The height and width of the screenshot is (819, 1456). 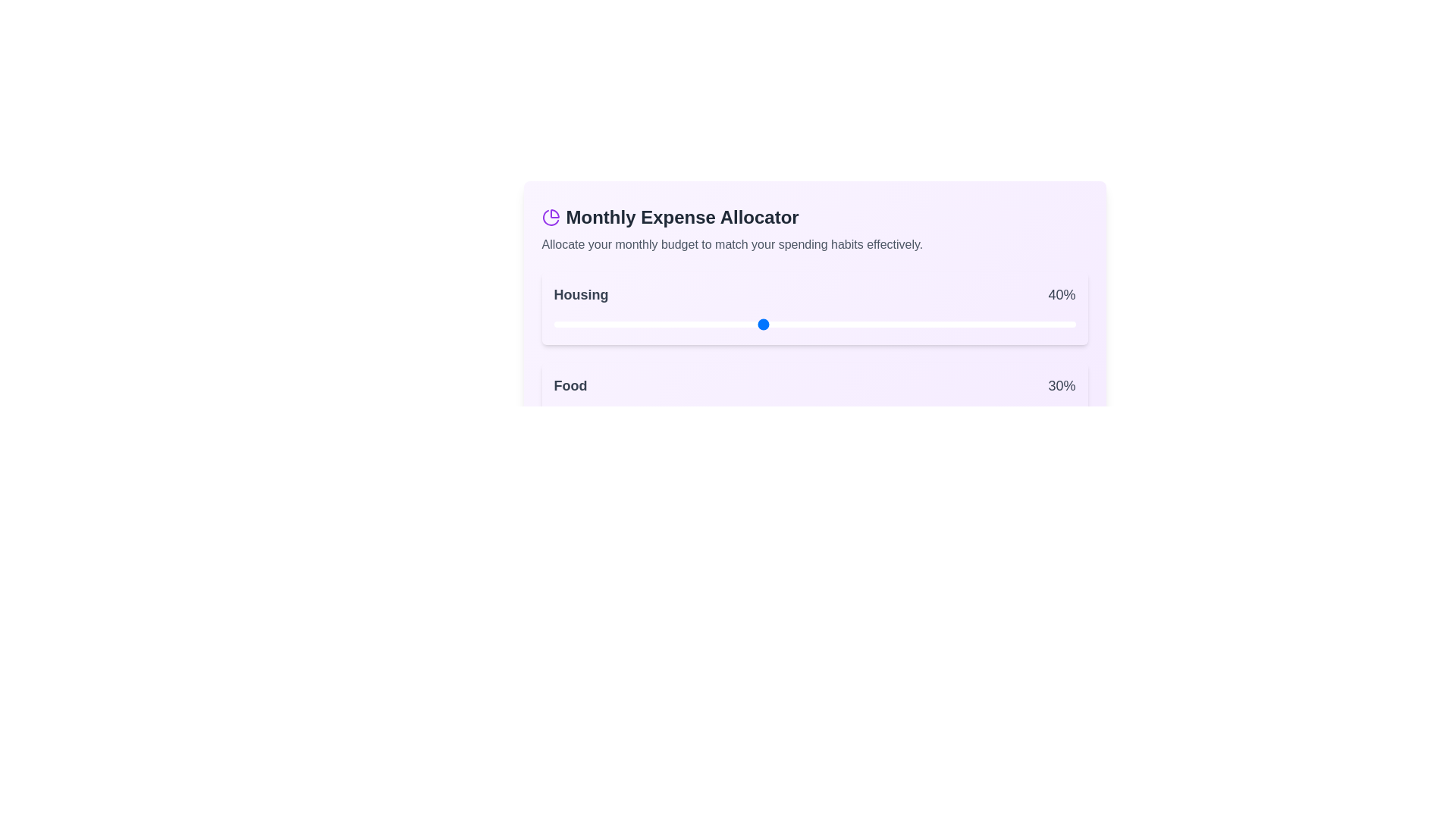 What do you see at coordinates (570, 385) in the screenshot?
I see `displayed text of the text label showing 'Food', which is positioned to the left of '30%' in the financial allocation interface` at bounding box center [570, 385].